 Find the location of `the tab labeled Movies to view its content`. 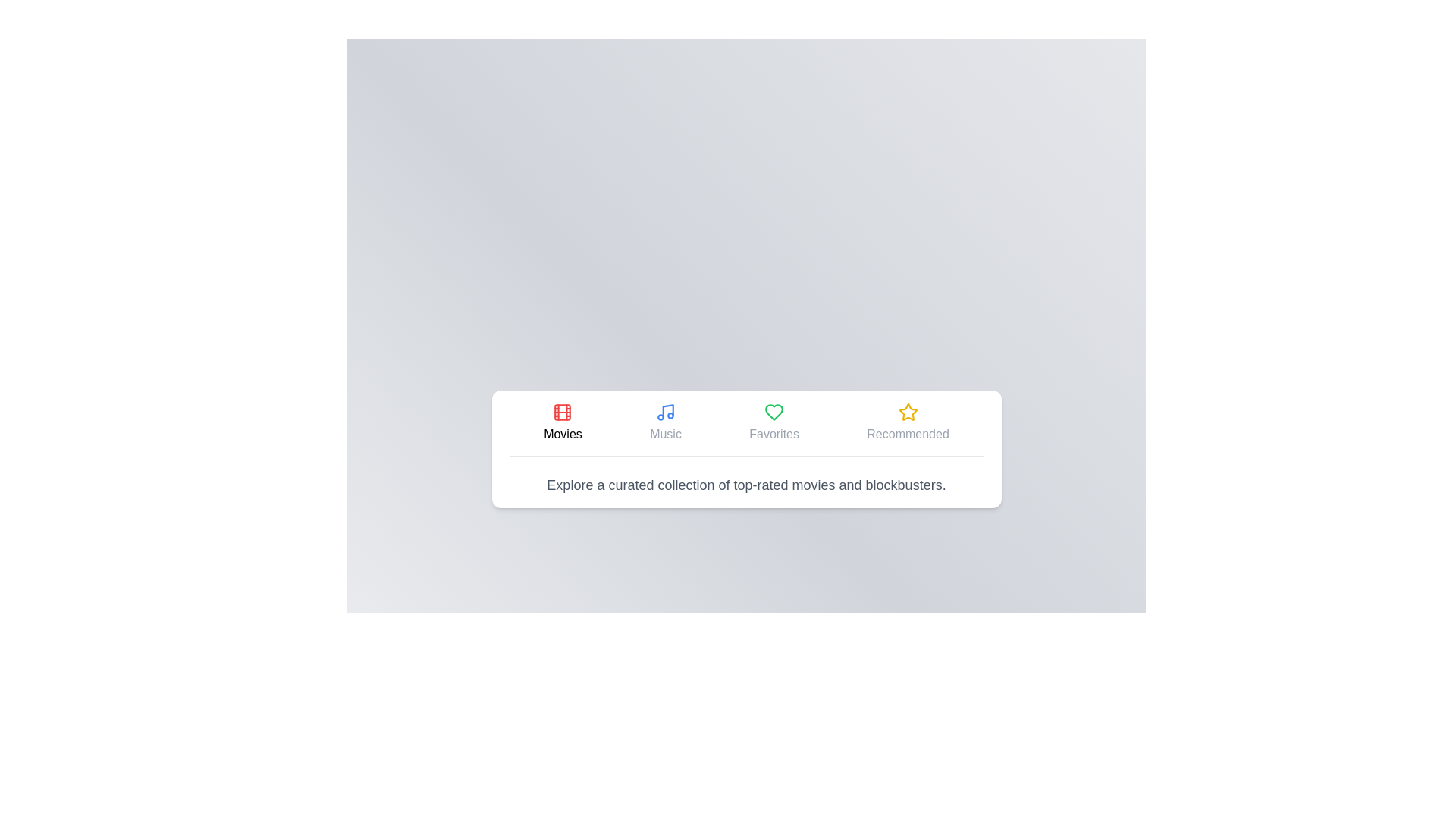

the tab labeled Movies to view its content is located at coordinates (562, 422).